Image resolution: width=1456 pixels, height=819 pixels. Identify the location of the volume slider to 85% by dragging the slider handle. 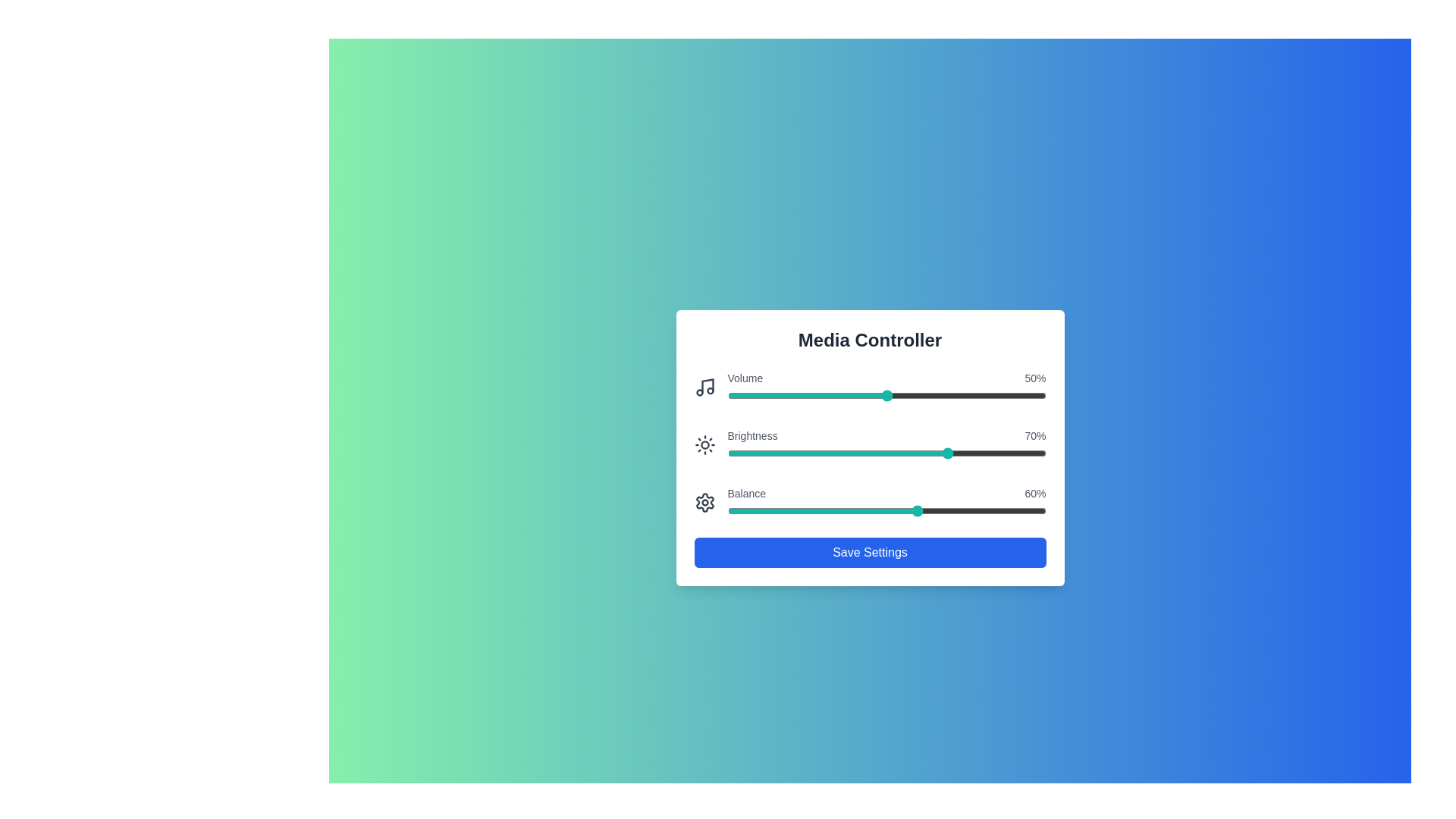
(998, 394).